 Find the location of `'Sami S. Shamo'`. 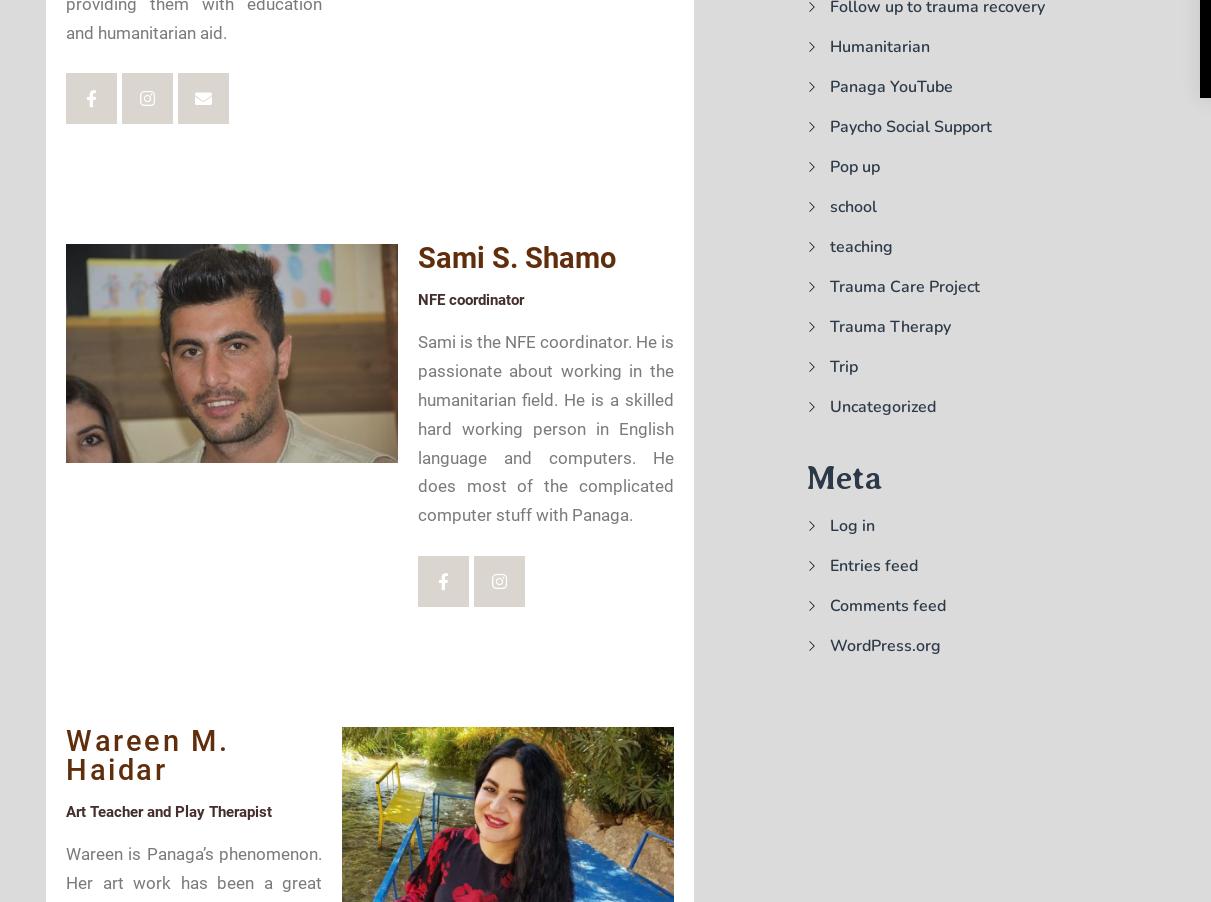

'Sami S. Shamo' is located at coordinates (516, 257).